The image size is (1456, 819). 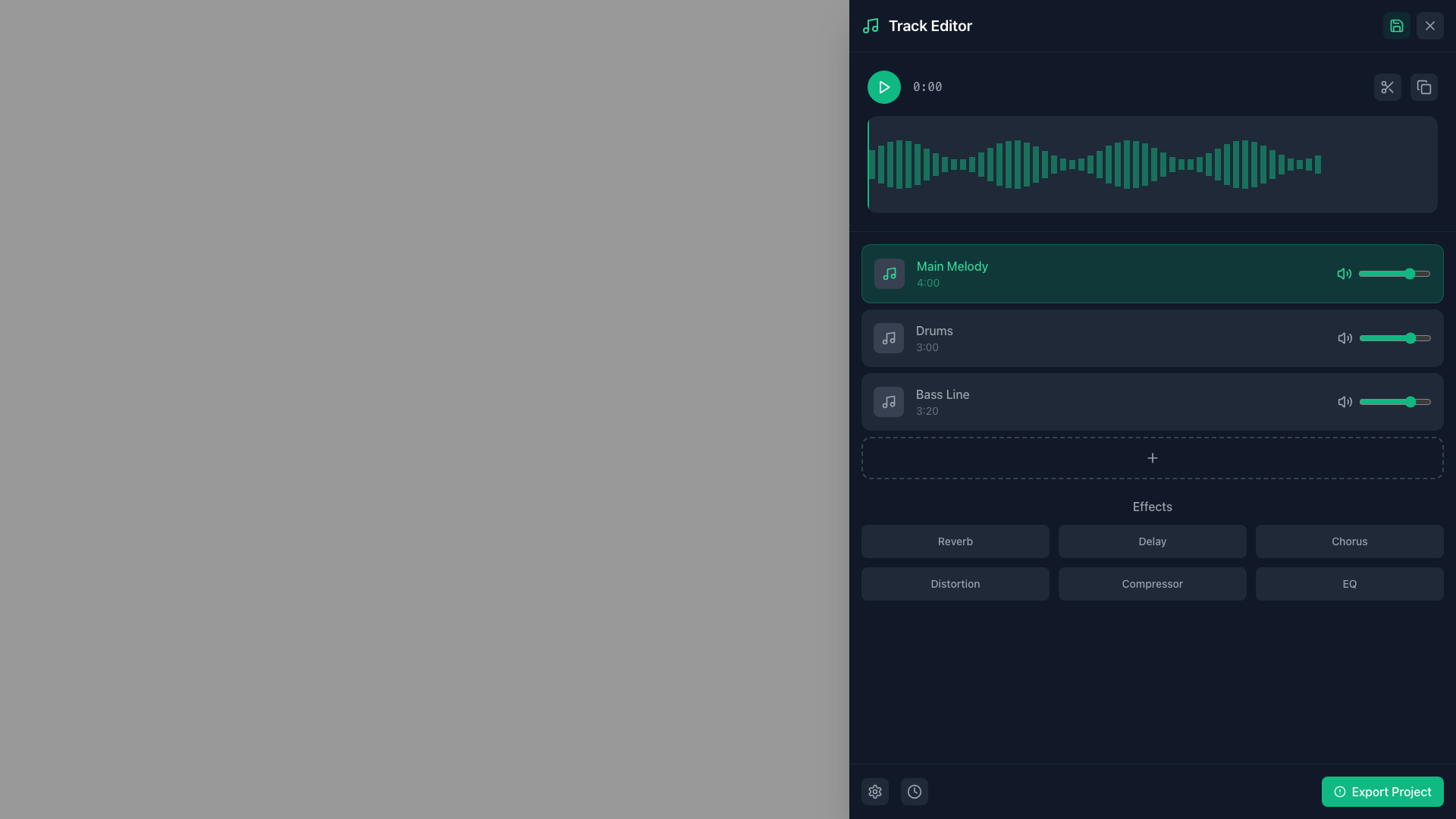 What do you see at coordinates (888, 400) in the screenshot?
I see `the music note icon representing the 'Bass Line' section in the track editor interface, which is located inside a dark square box with rounded corners` at bounding box center [888, 400].